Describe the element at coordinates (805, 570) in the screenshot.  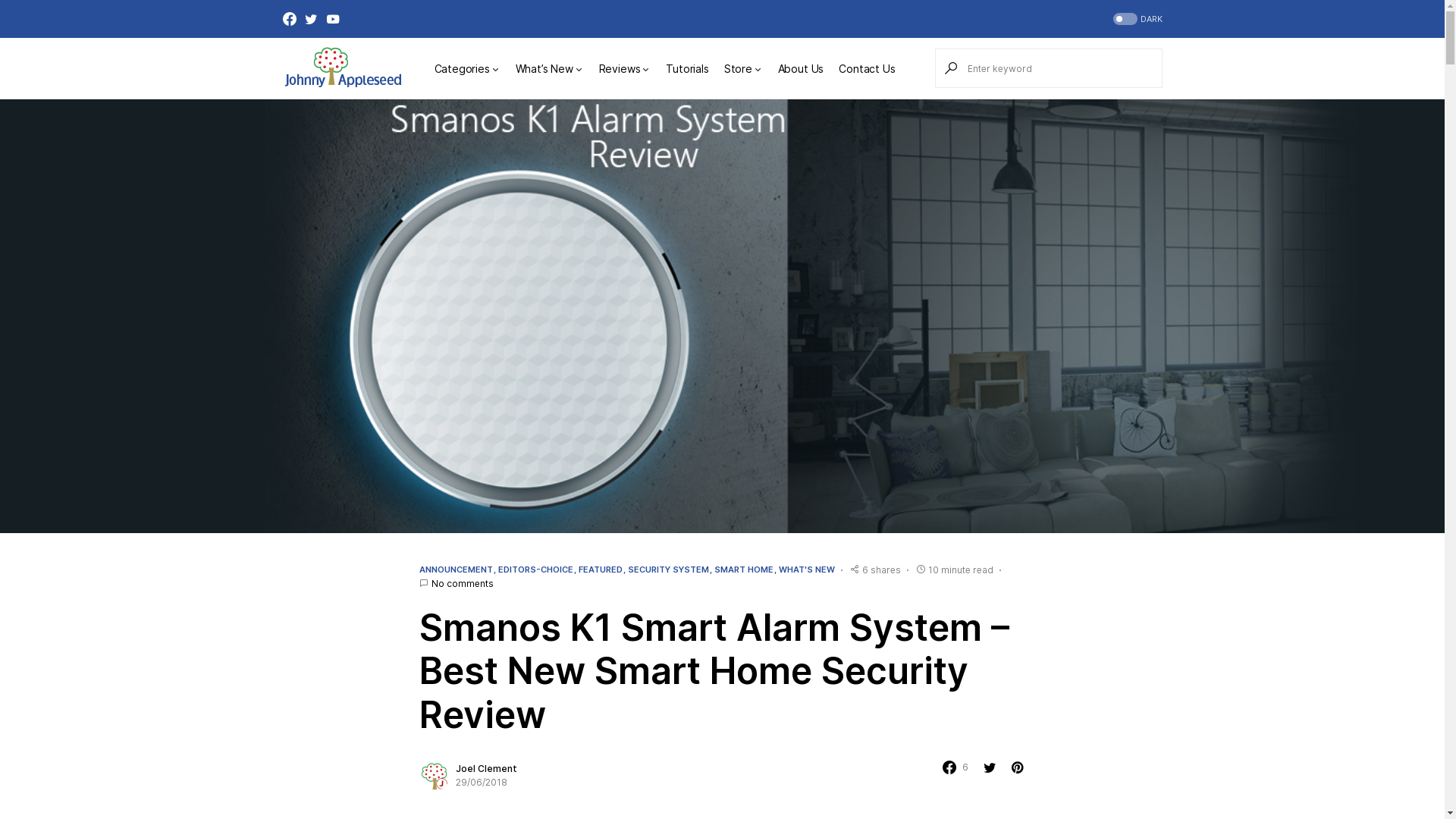
I see `'WHAT'S NEW'` at that location.